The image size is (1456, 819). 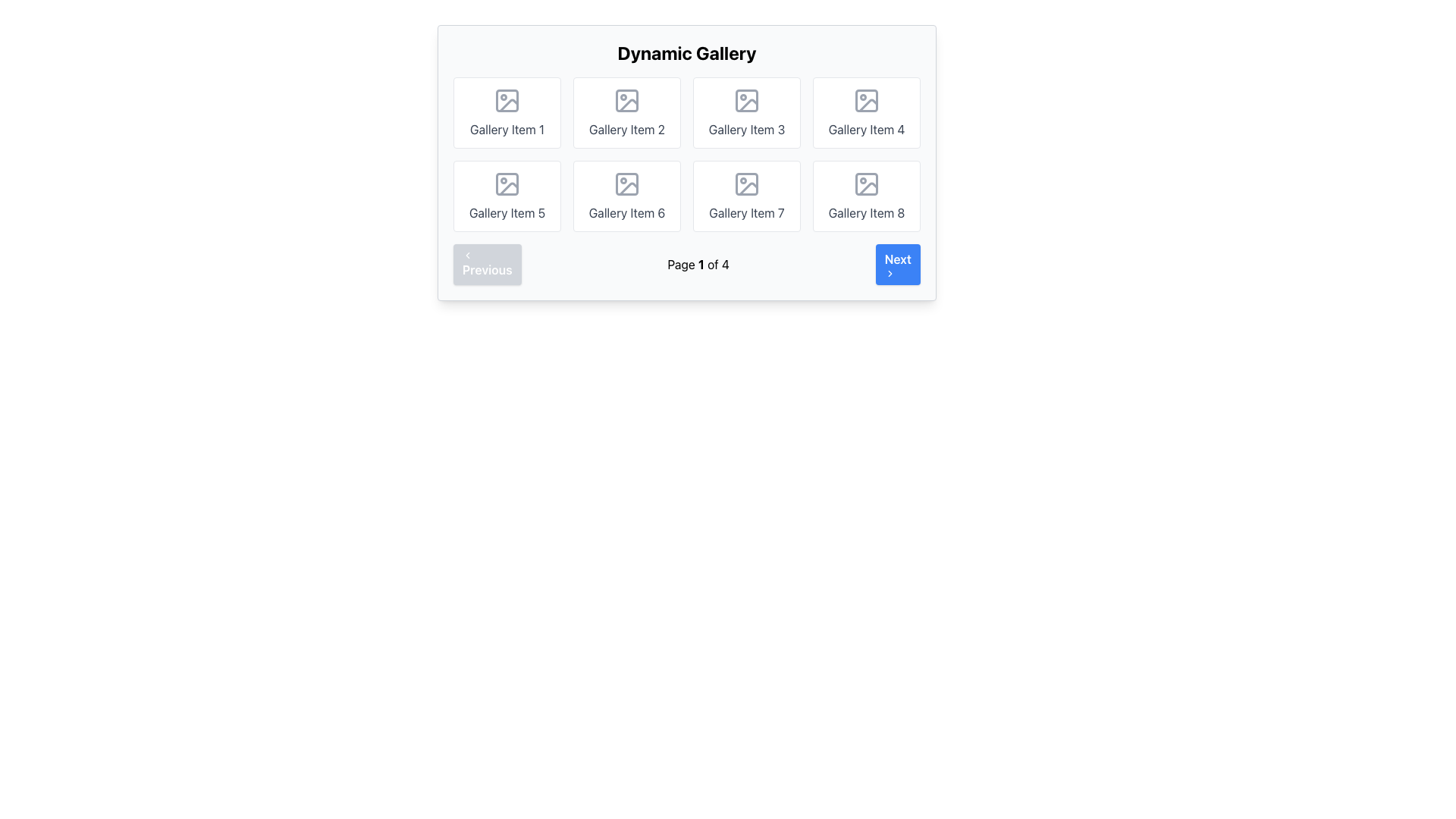 What do you see at coordinates (487, 263) in the screenshot?
I see `the button on the left side of the pagination controls in the Dynamic Gallery section` at bounding box center [487, 263].